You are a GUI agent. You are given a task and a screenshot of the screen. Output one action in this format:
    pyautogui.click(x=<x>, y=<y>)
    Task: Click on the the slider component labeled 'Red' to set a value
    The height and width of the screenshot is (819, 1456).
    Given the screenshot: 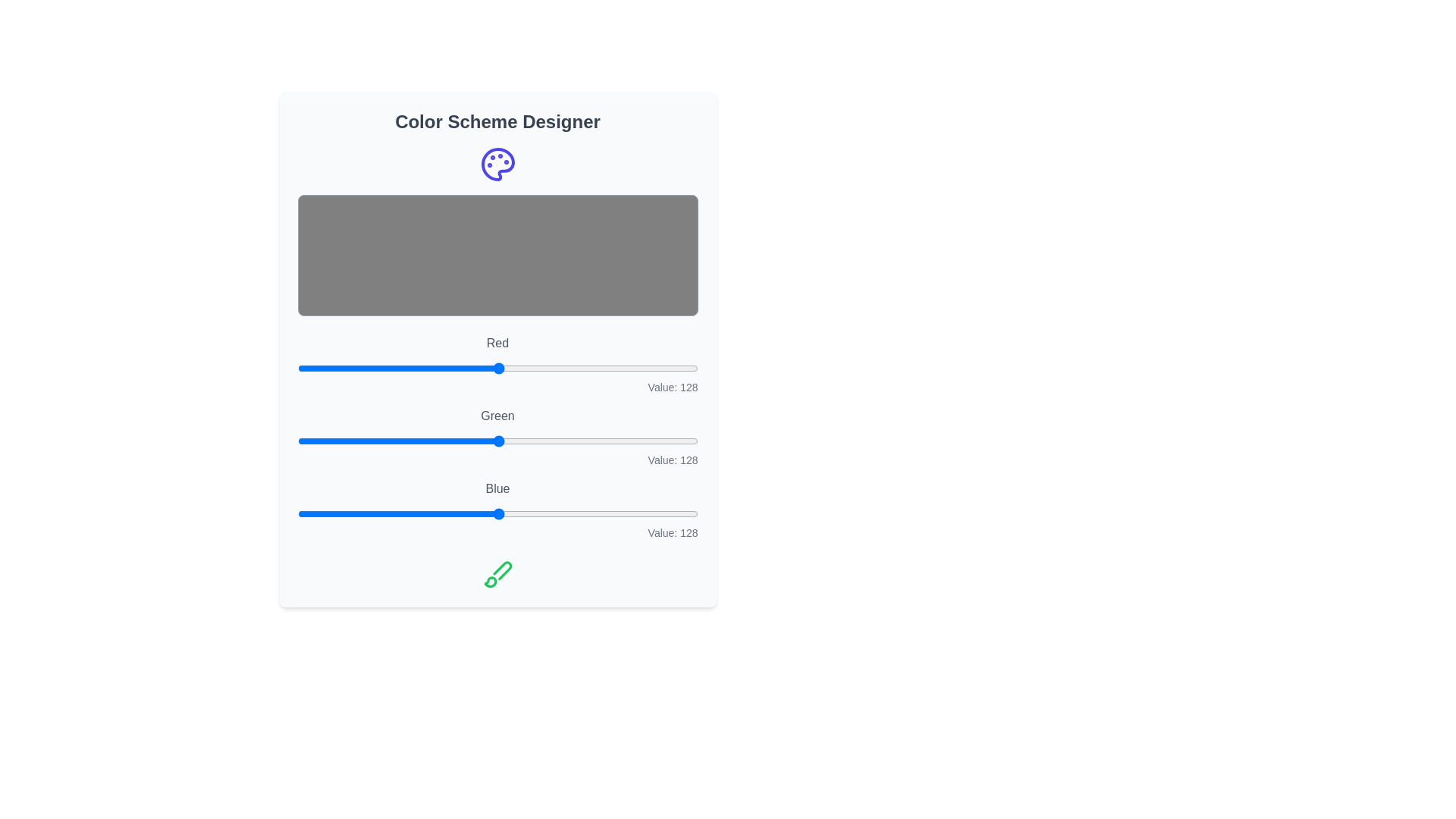 What is the action you would take?
    pyautogui.click(x=497, y=369)
    